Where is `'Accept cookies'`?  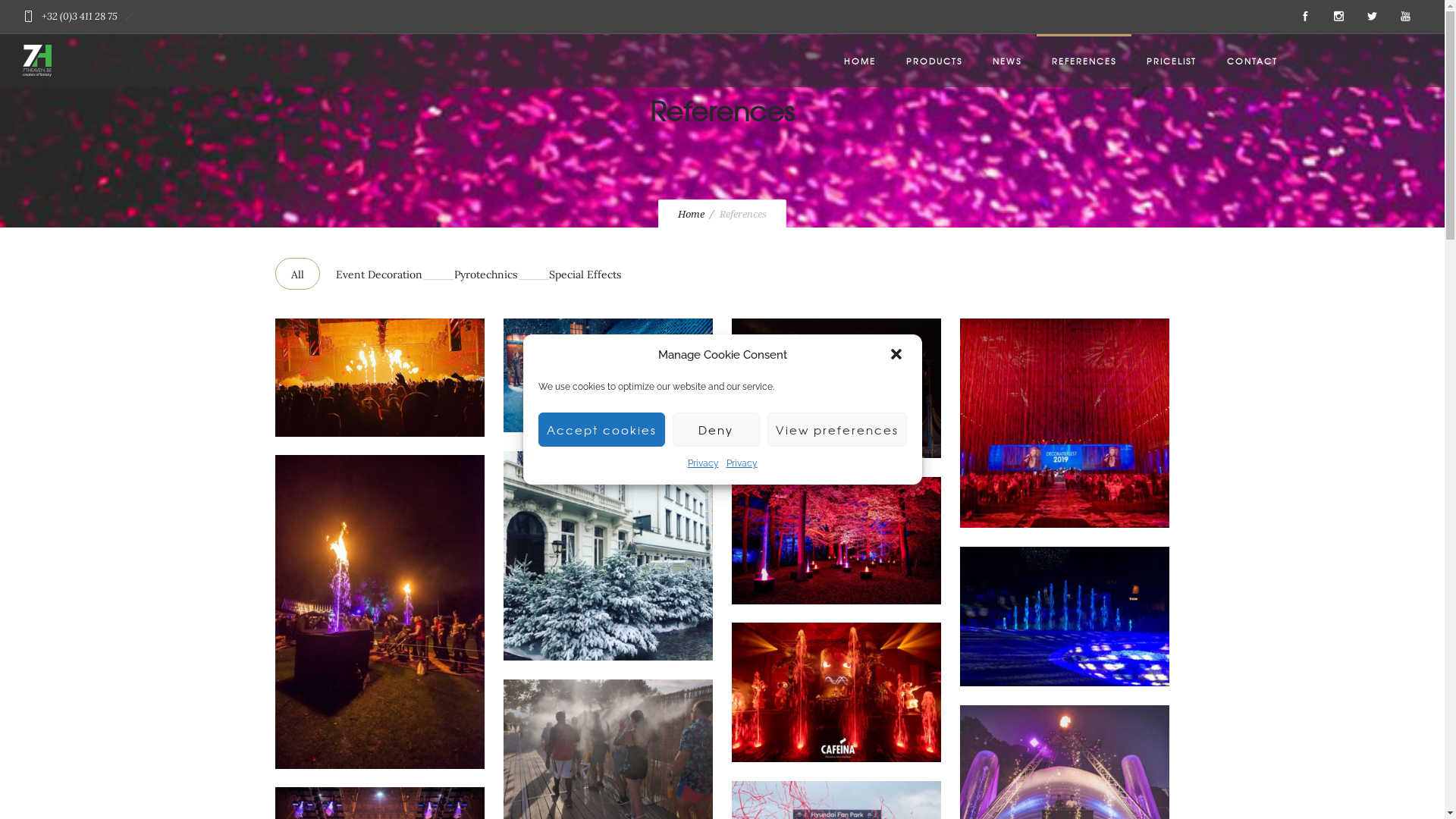
'Accept cookies' is located at coordinates (601, 429).